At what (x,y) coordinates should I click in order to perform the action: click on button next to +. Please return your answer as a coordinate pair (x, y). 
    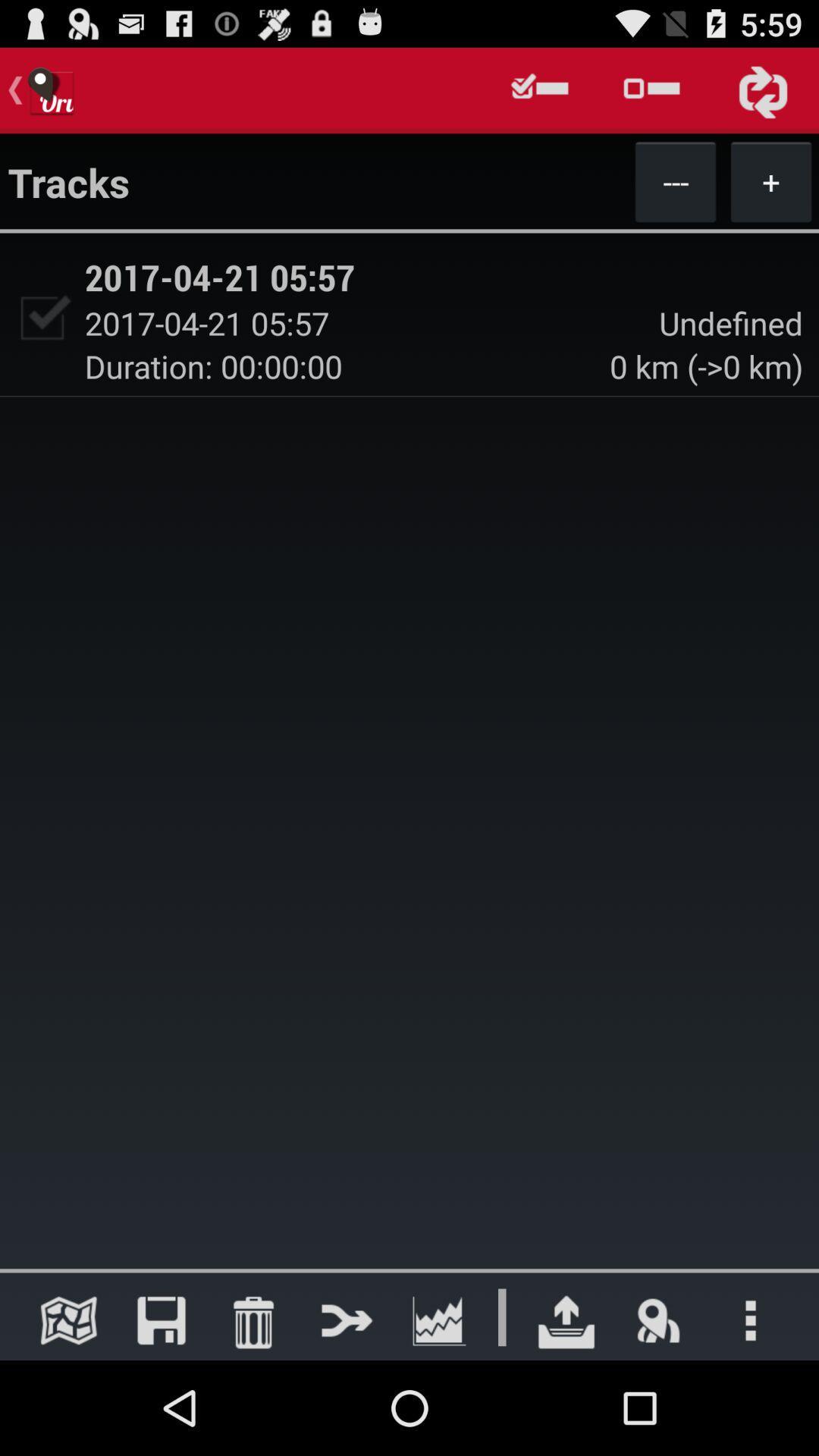
    Looking at the image, I should click on (675, 181).